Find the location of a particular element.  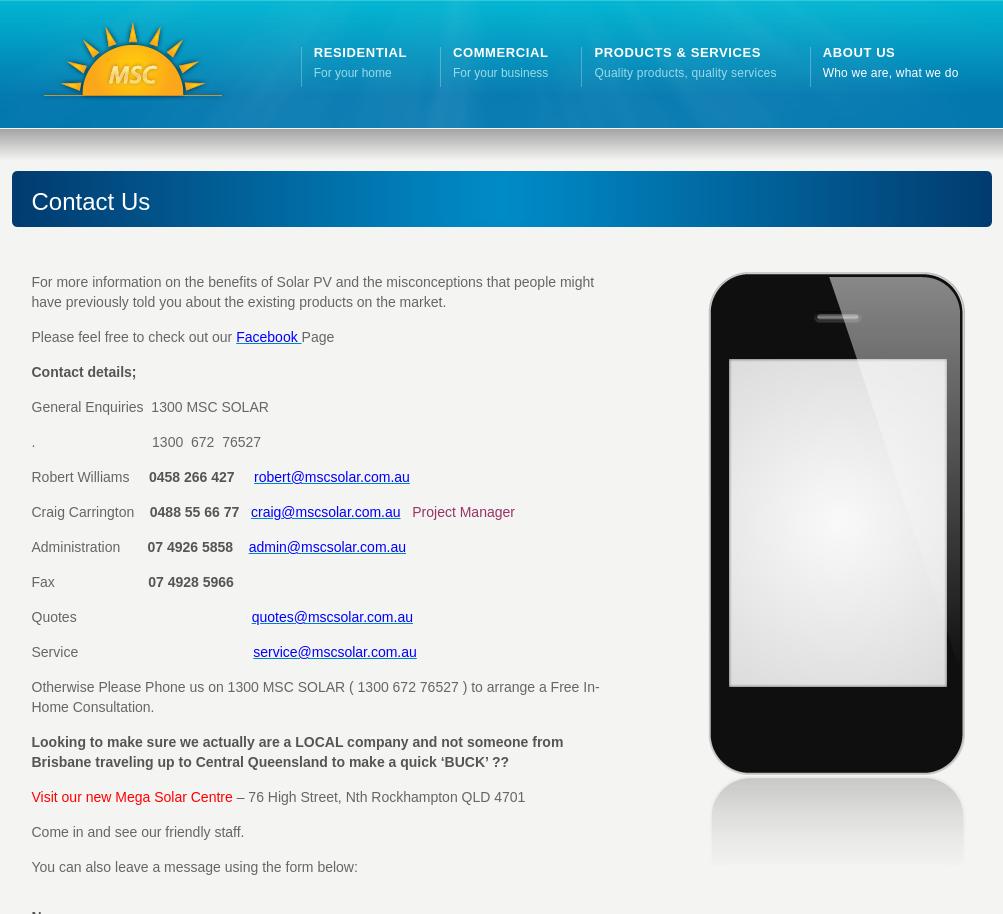

'Contact Us' is located at coordinates (30, 201).